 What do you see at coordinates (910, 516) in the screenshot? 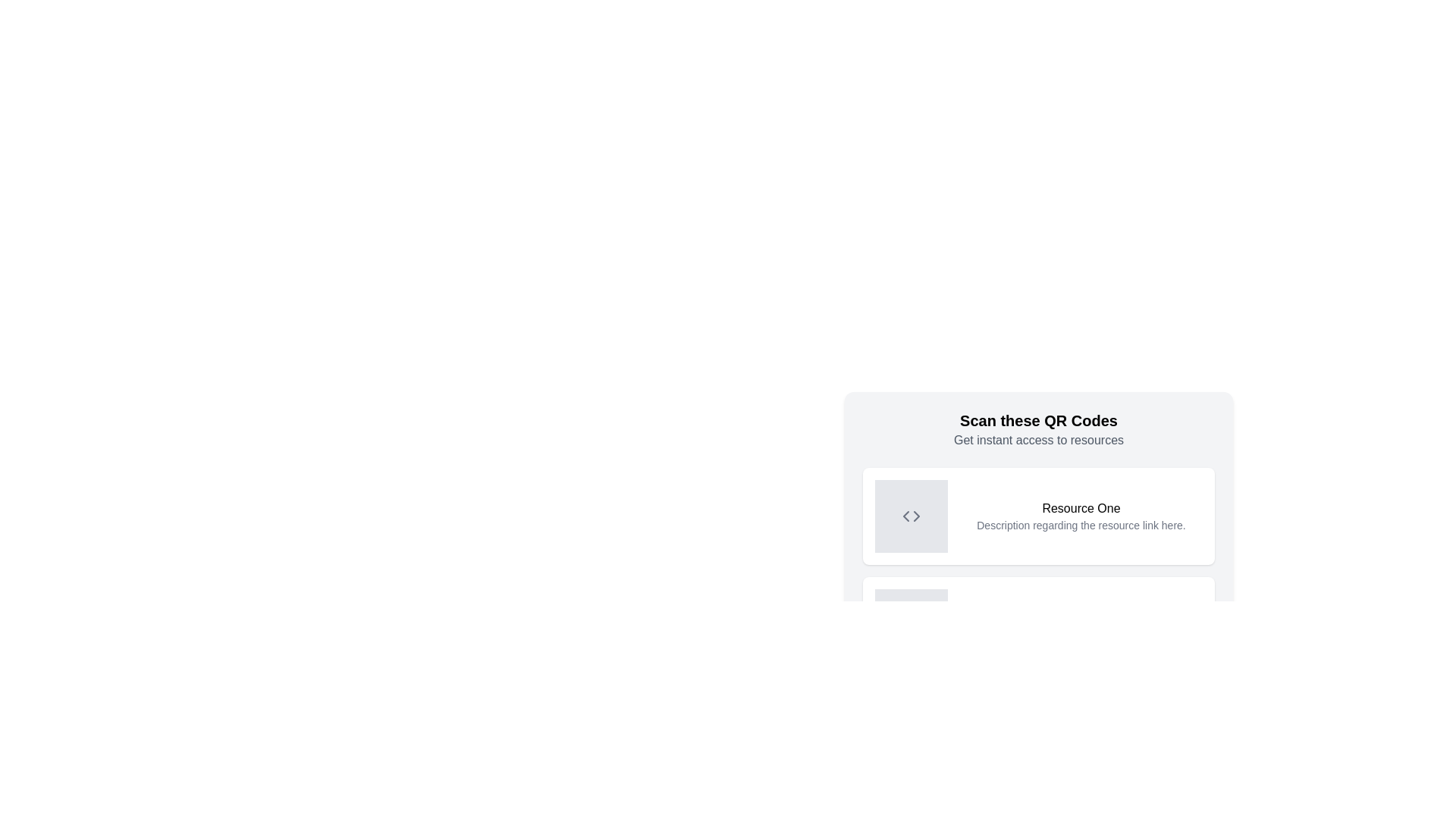
I see `the Decorative icon within the content card that has a light gray background and features a centered icon resembling an opening and closing angle bracket pair, located near the left edge of the card titled 'Resource One'` at bounding box center [910, 516].